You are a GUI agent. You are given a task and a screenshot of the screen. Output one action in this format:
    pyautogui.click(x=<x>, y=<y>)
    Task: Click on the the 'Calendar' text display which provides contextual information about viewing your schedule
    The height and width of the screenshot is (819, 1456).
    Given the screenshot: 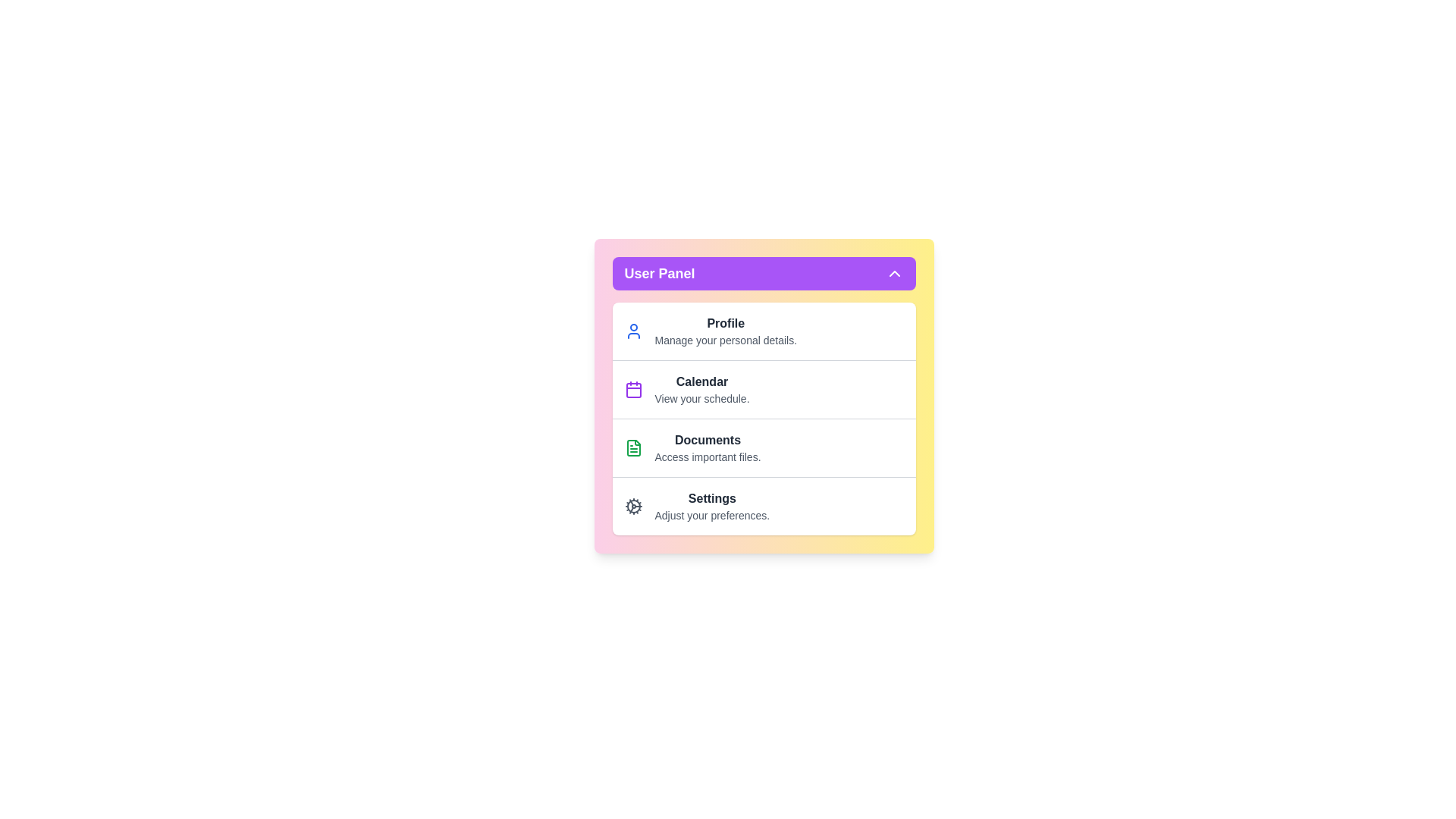 What is the action you would take?
    pyautogui.click(x=701, y=388)
    